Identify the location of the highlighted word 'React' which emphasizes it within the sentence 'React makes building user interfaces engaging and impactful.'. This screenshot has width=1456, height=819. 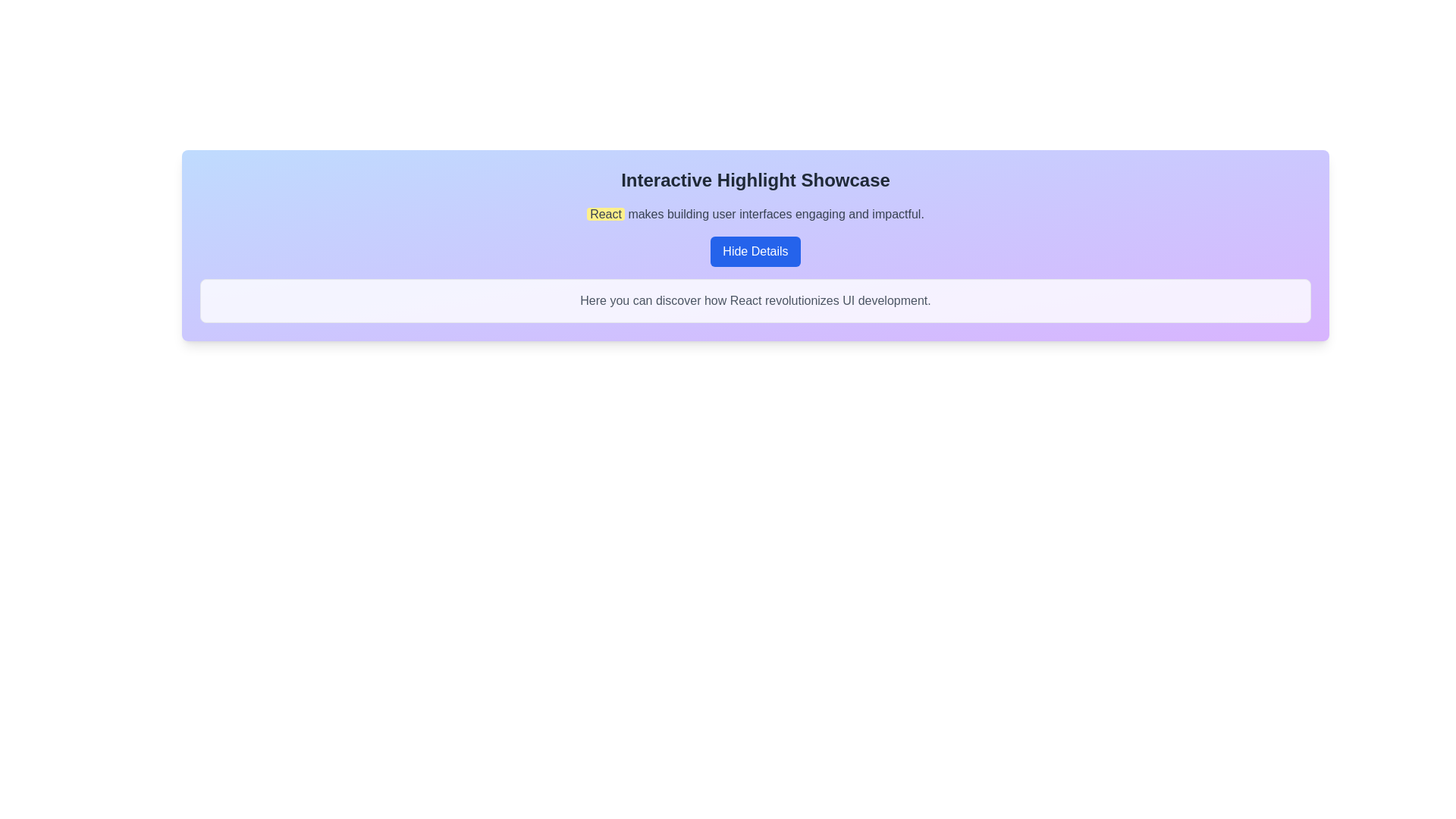
(605, 214).